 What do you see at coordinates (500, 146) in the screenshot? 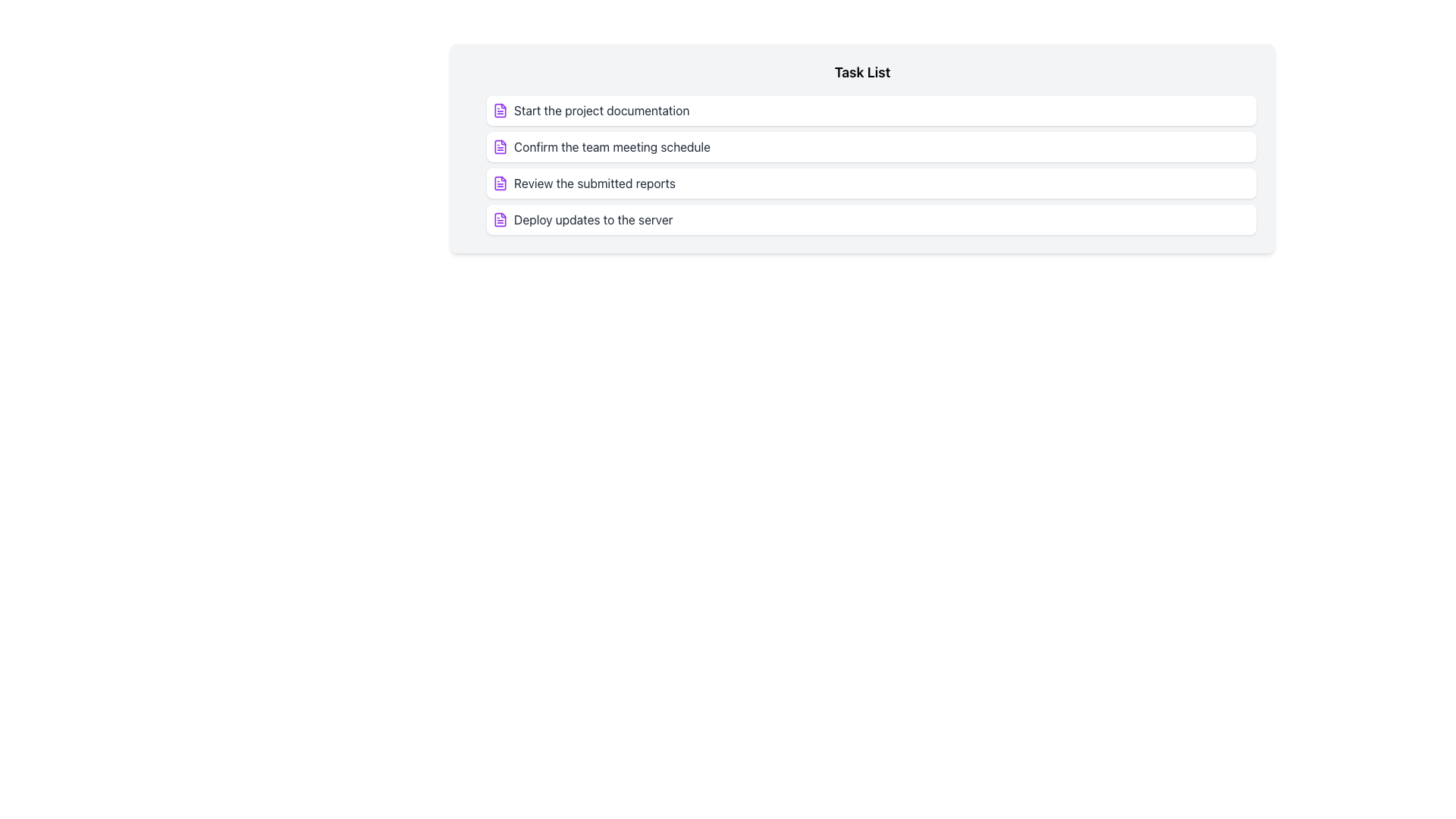
I see `the icon associated with the task 'Confirm the team meeting schedule'` at bounding box center [500, 146].